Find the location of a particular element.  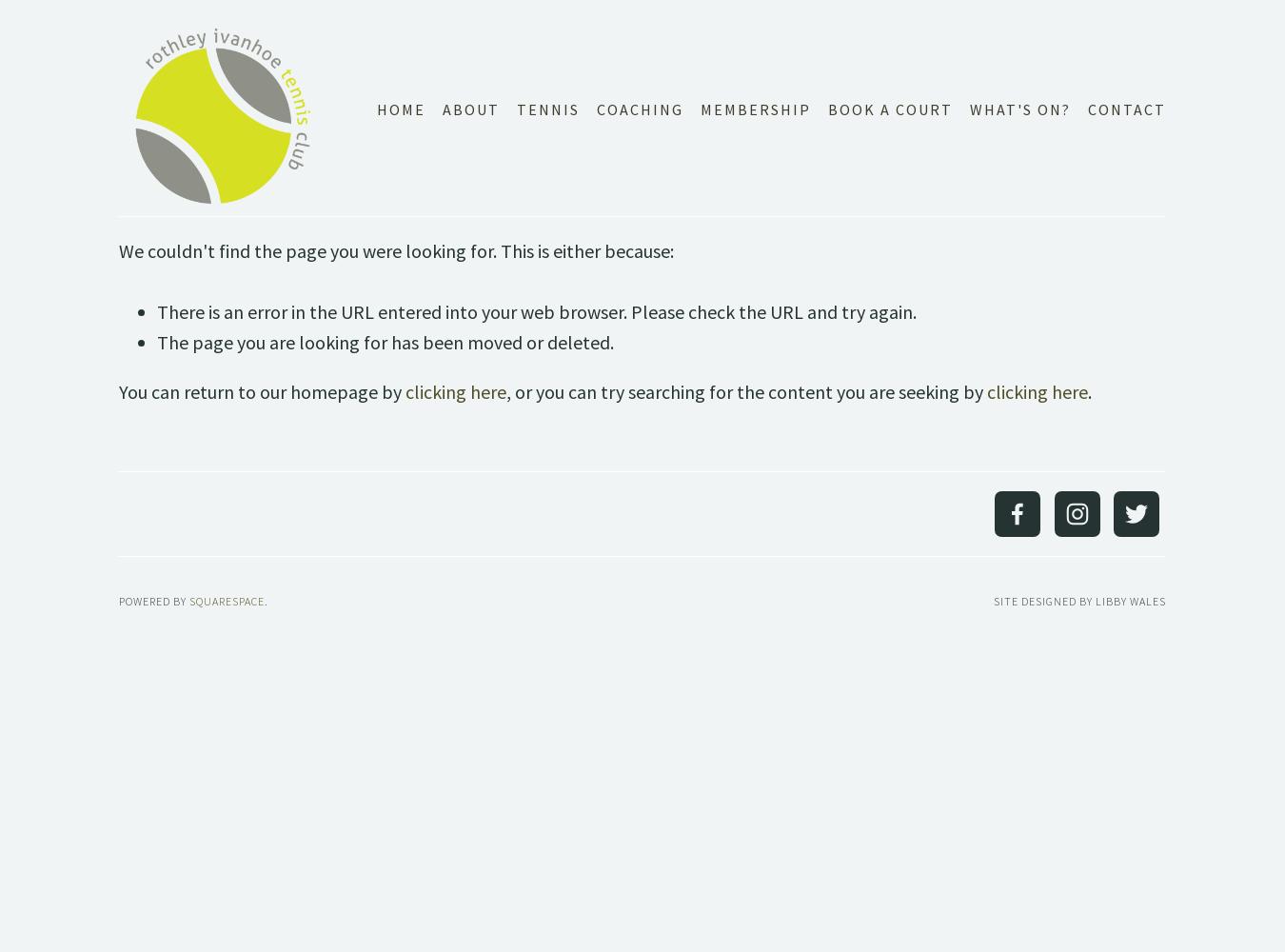

'You can return to our homepage by' is located at coordinates (119, 390).